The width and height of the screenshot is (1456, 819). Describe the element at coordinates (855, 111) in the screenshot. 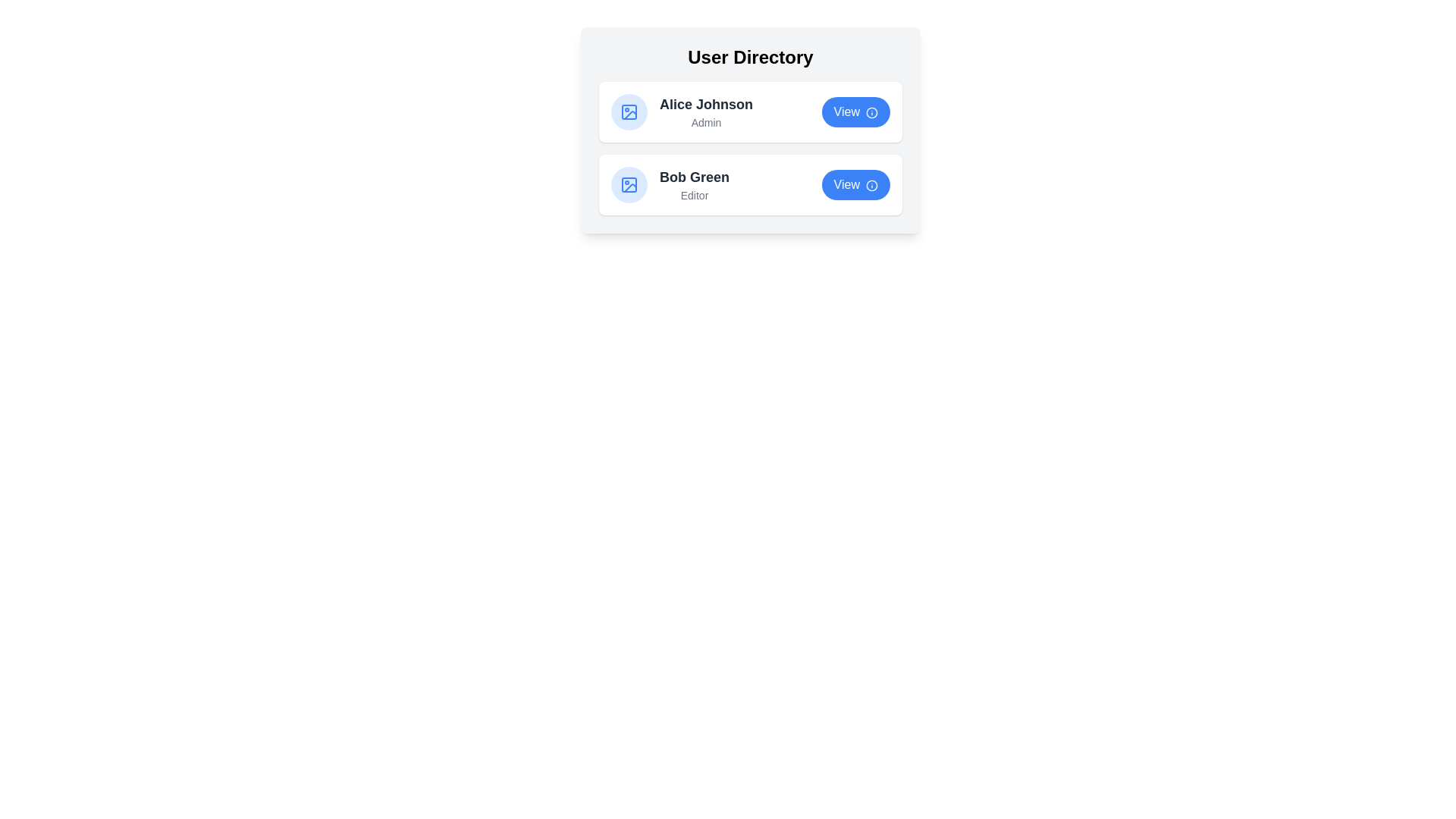

I see `'View' button for a user identified by Alice Johnson` at that location.